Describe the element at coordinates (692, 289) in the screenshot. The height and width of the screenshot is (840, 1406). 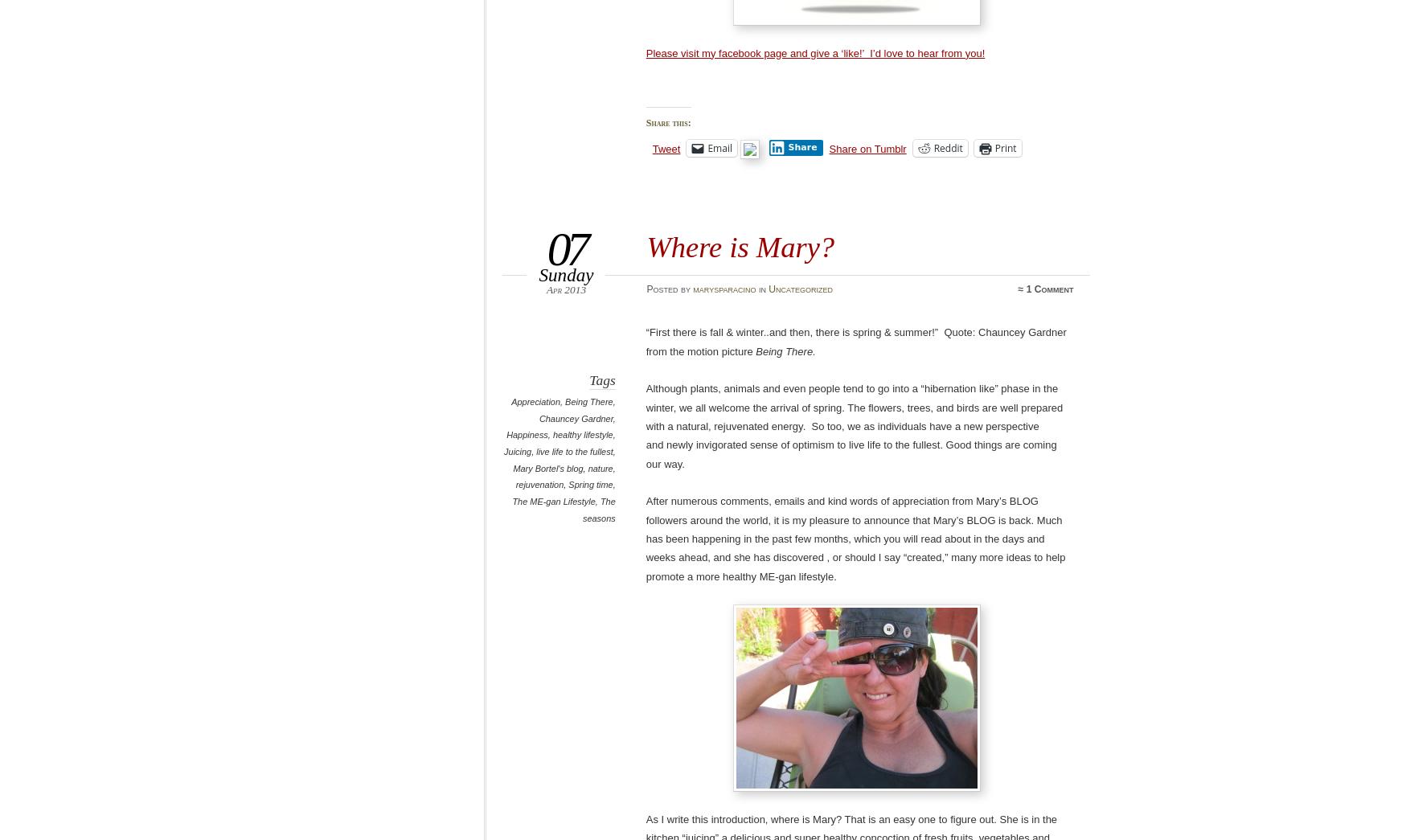
I see `'marysparacino'` at that location.